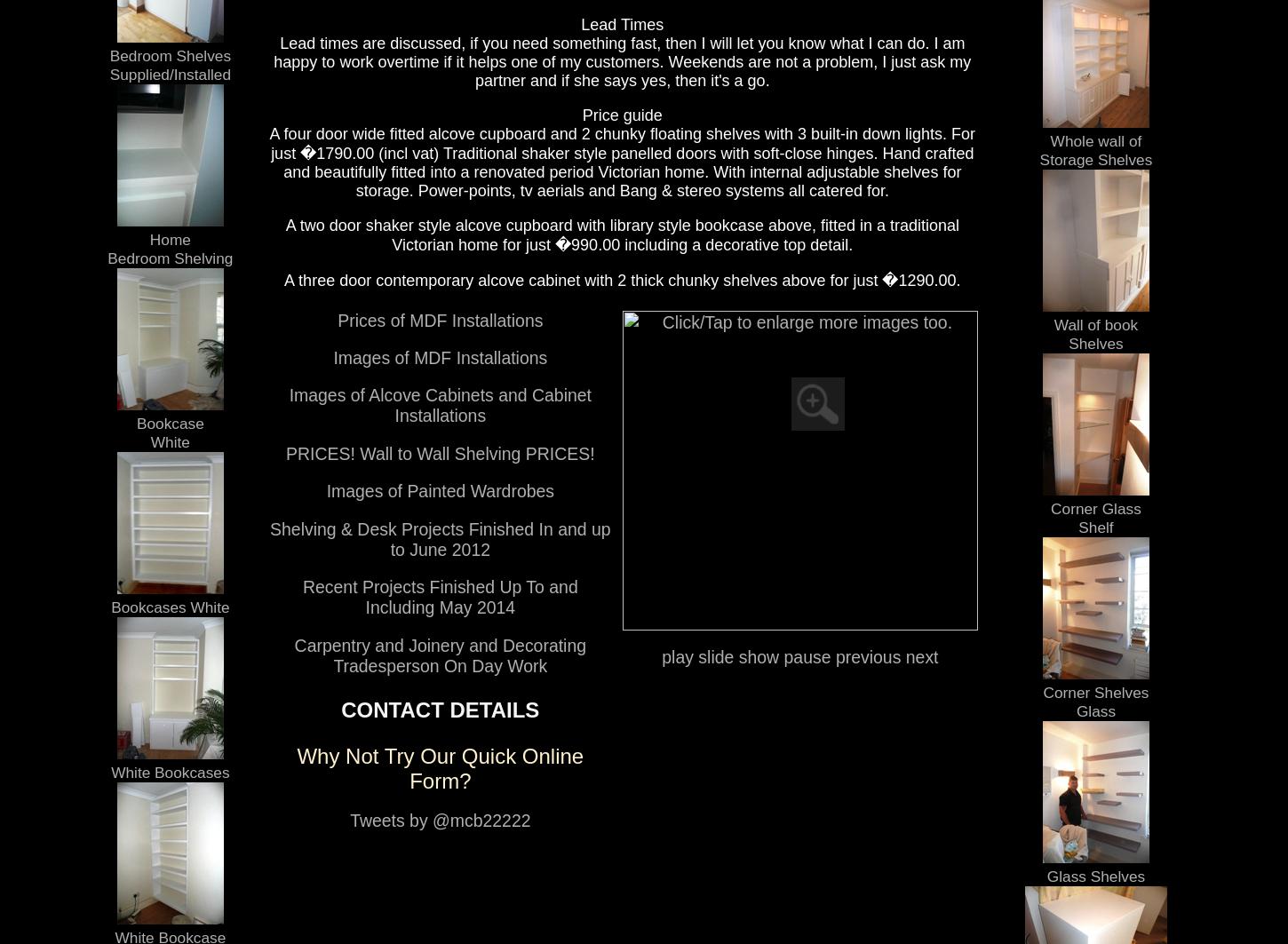 Image resolution: width=1288 pixels, height=944 pixels. I want to click on 'A four door wide fitted alcove cupboard and 2 chunky floating shelves with 3 built-in down lights. For just �1790.00 (incl vat)
Traditional shaker style panelled doors with soft-close hinges. Hand crafted and beautifully fitted into a renovated period Victorian home.
With internal adjustable shelves for storage. Power-points, tv aerials and Bang & stereo systems all catered for.', so click(621, 161).